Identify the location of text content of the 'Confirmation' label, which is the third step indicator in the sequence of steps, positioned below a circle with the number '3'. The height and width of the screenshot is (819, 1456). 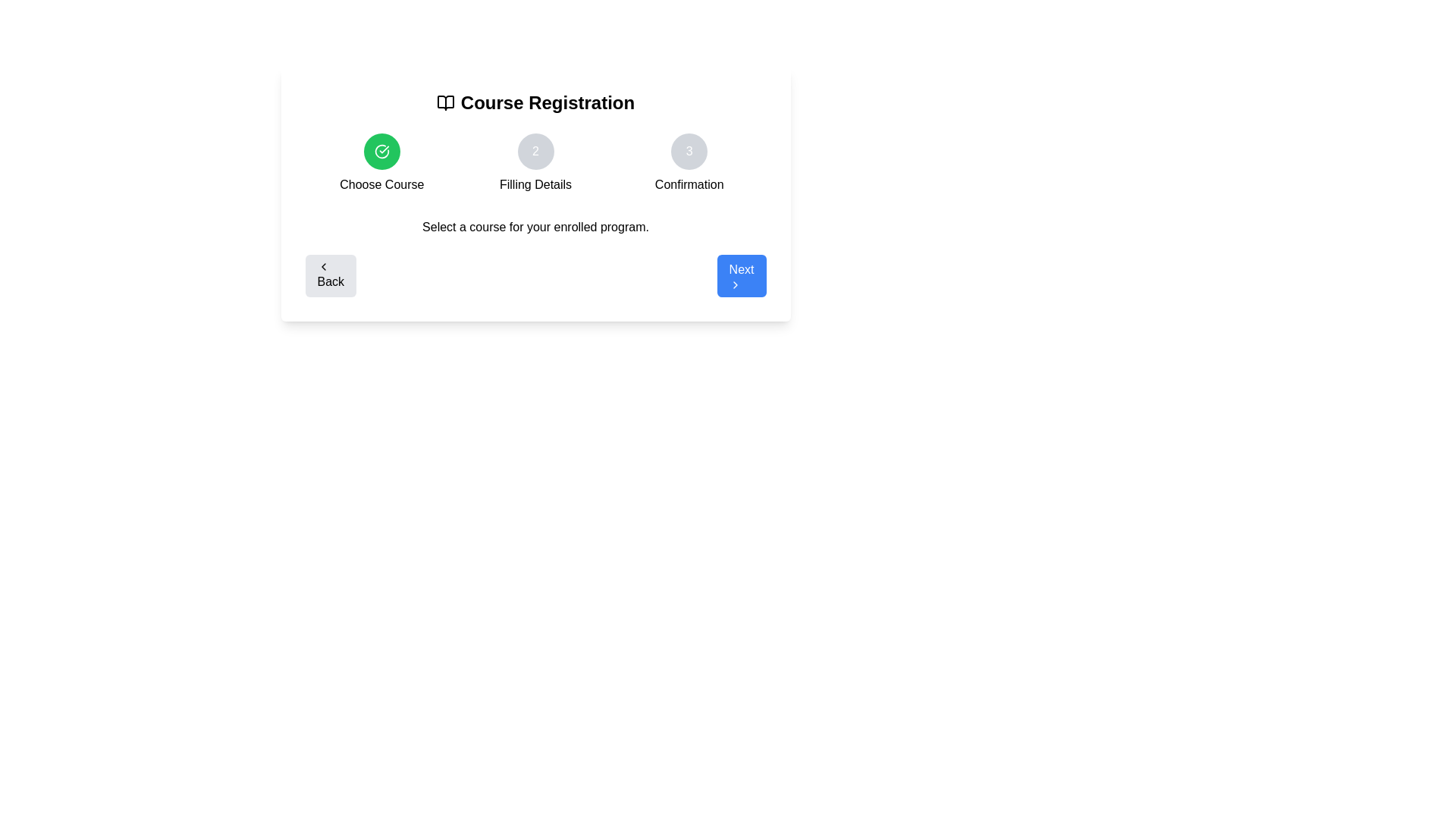
(689, 184).